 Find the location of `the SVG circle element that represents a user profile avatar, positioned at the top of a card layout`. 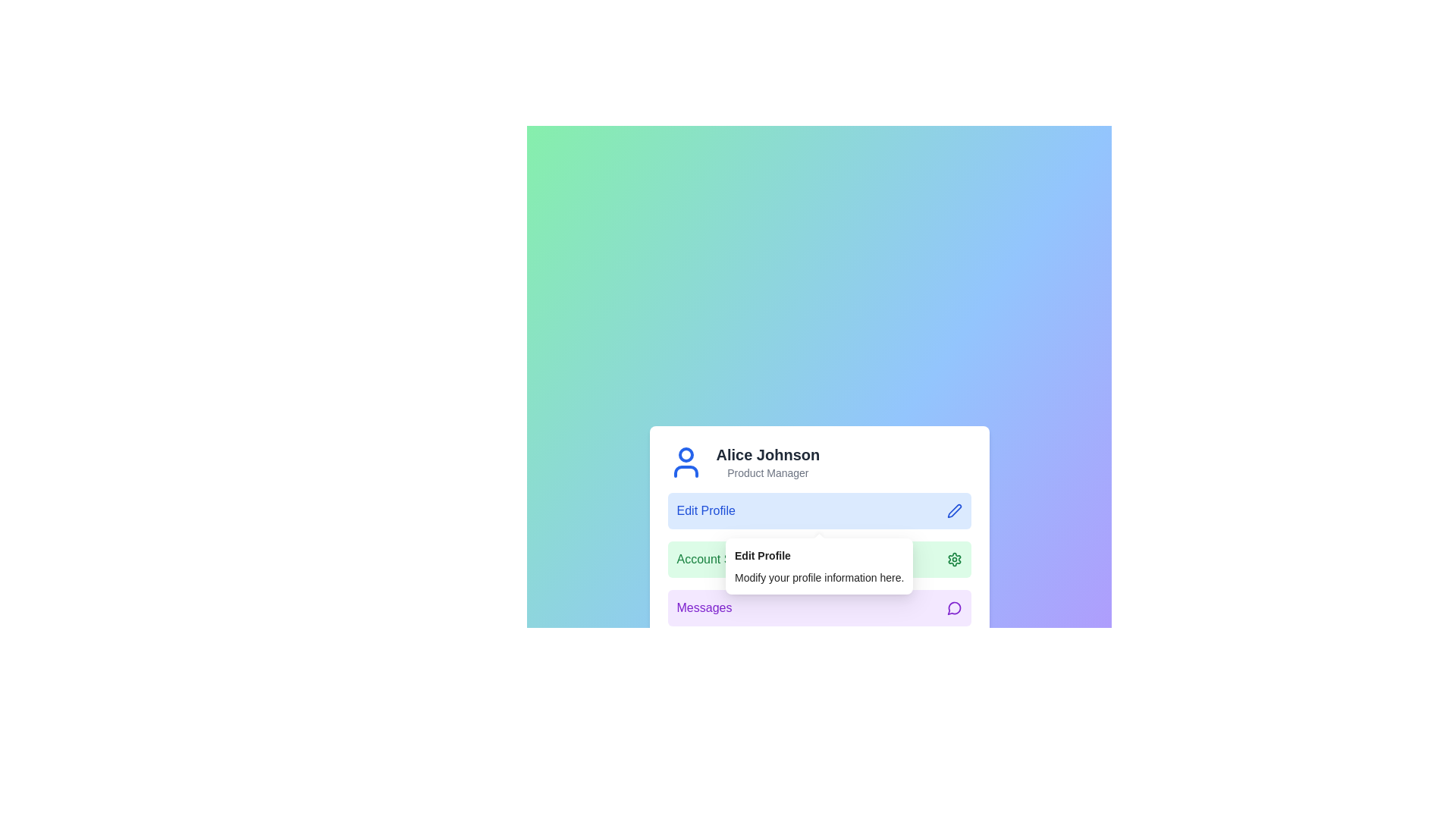

the SVG circle element that represents a user profile avatar, positioned at the top of a card layout is located at coordinates (685, 454).